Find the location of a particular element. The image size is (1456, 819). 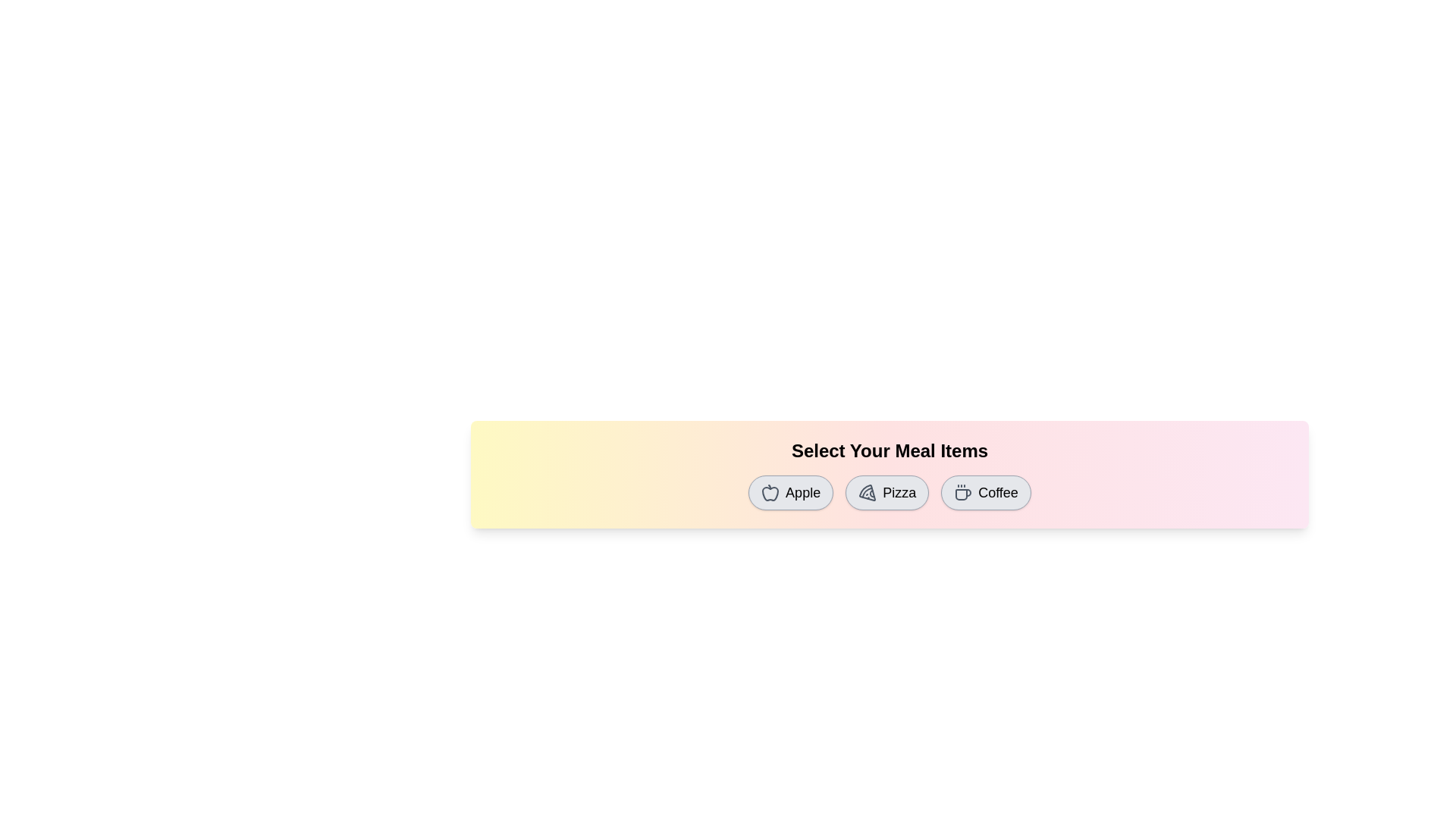

the meal item Apple by clicking its button is located at coordinates (790, 493).